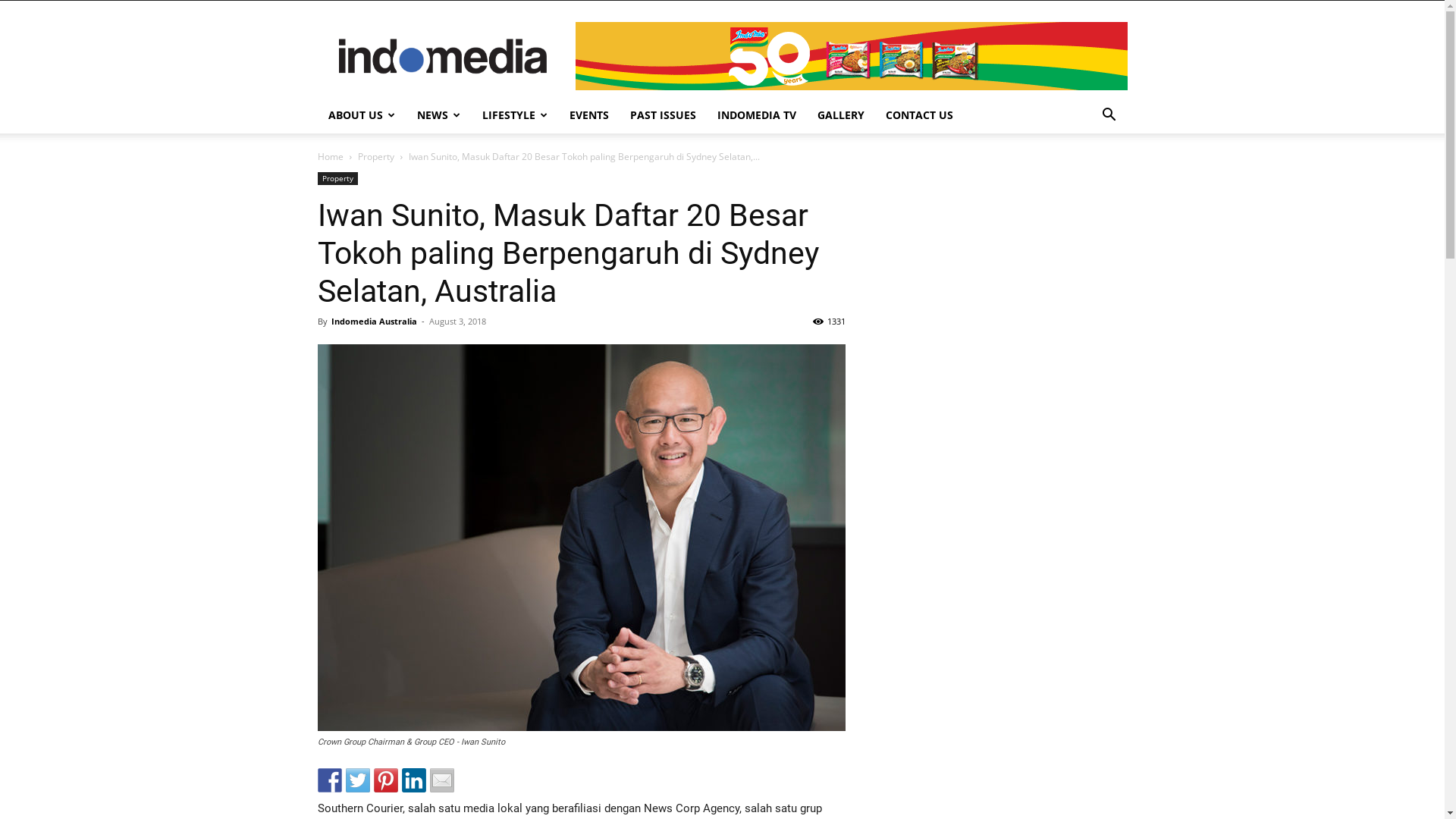 This screenshot has height=819, width=1456. I want to click on 'LIFESTYLE', so click(471, 114).